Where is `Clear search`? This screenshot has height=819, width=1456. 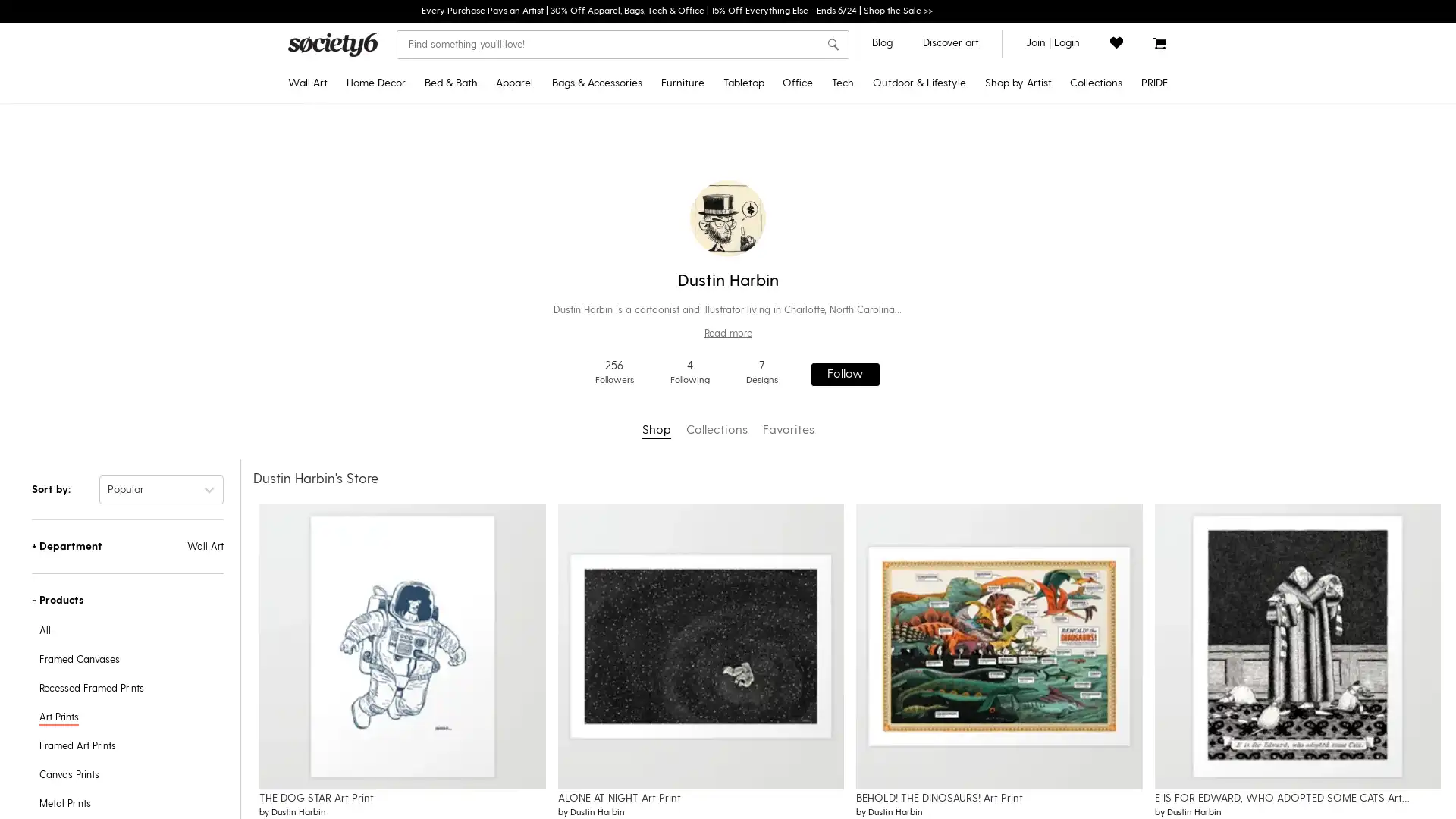
Clear search is located at coordinates (811, 43).